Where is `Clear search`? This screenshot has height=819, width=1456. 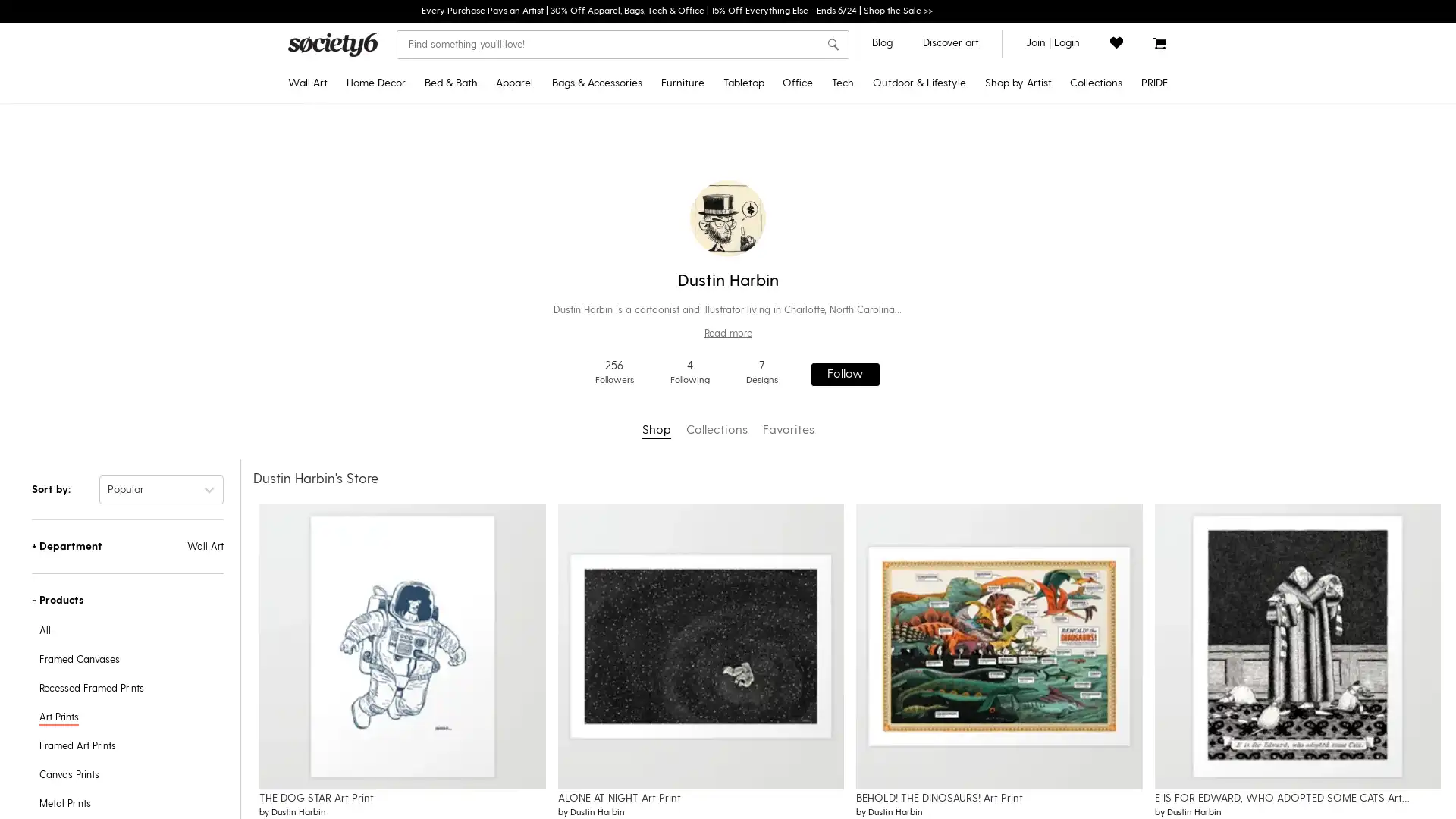
Clear search is located at coordinates (811, 43).